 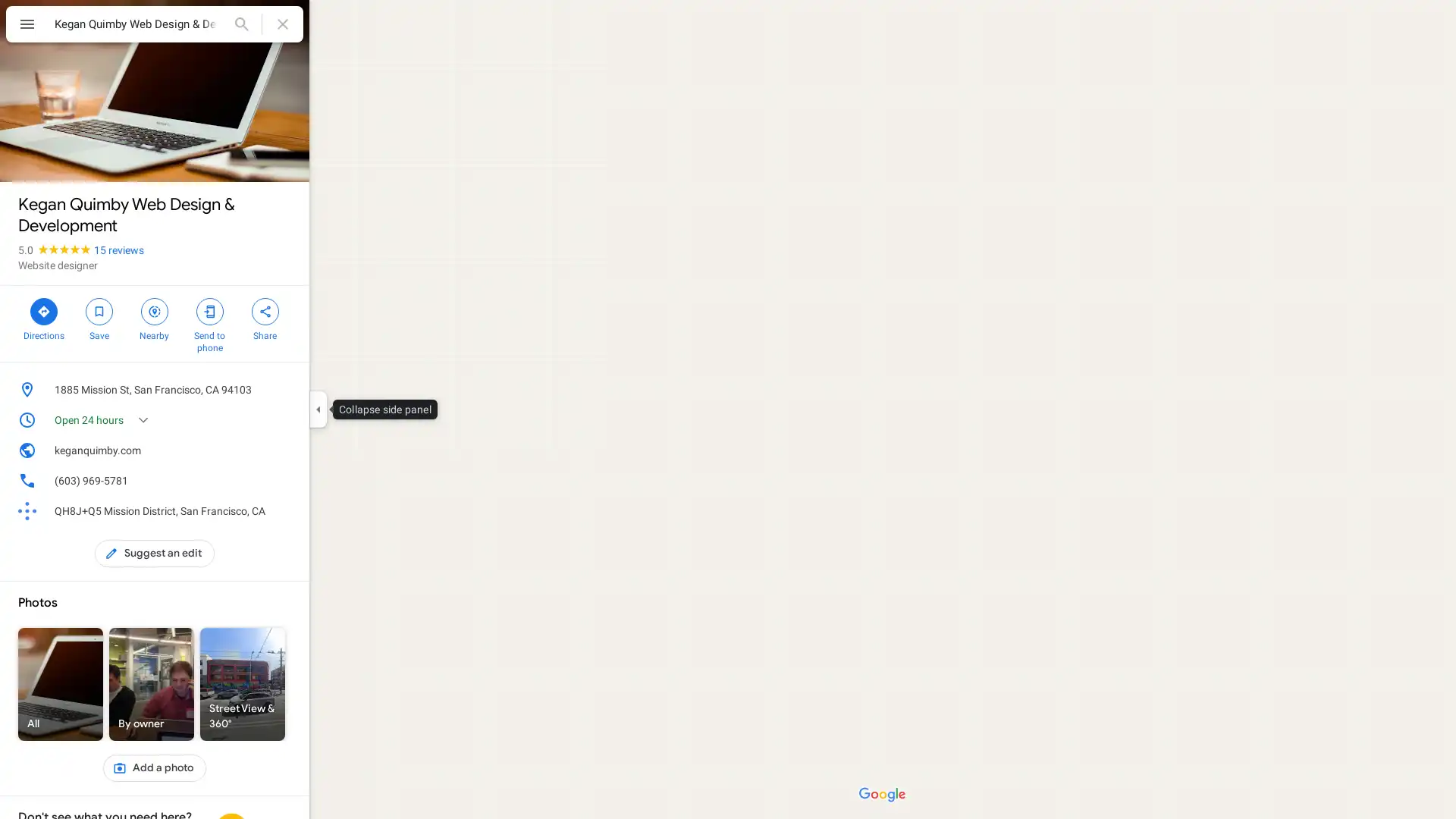 I want to click on Add a photo, so click(x=154, y=768).